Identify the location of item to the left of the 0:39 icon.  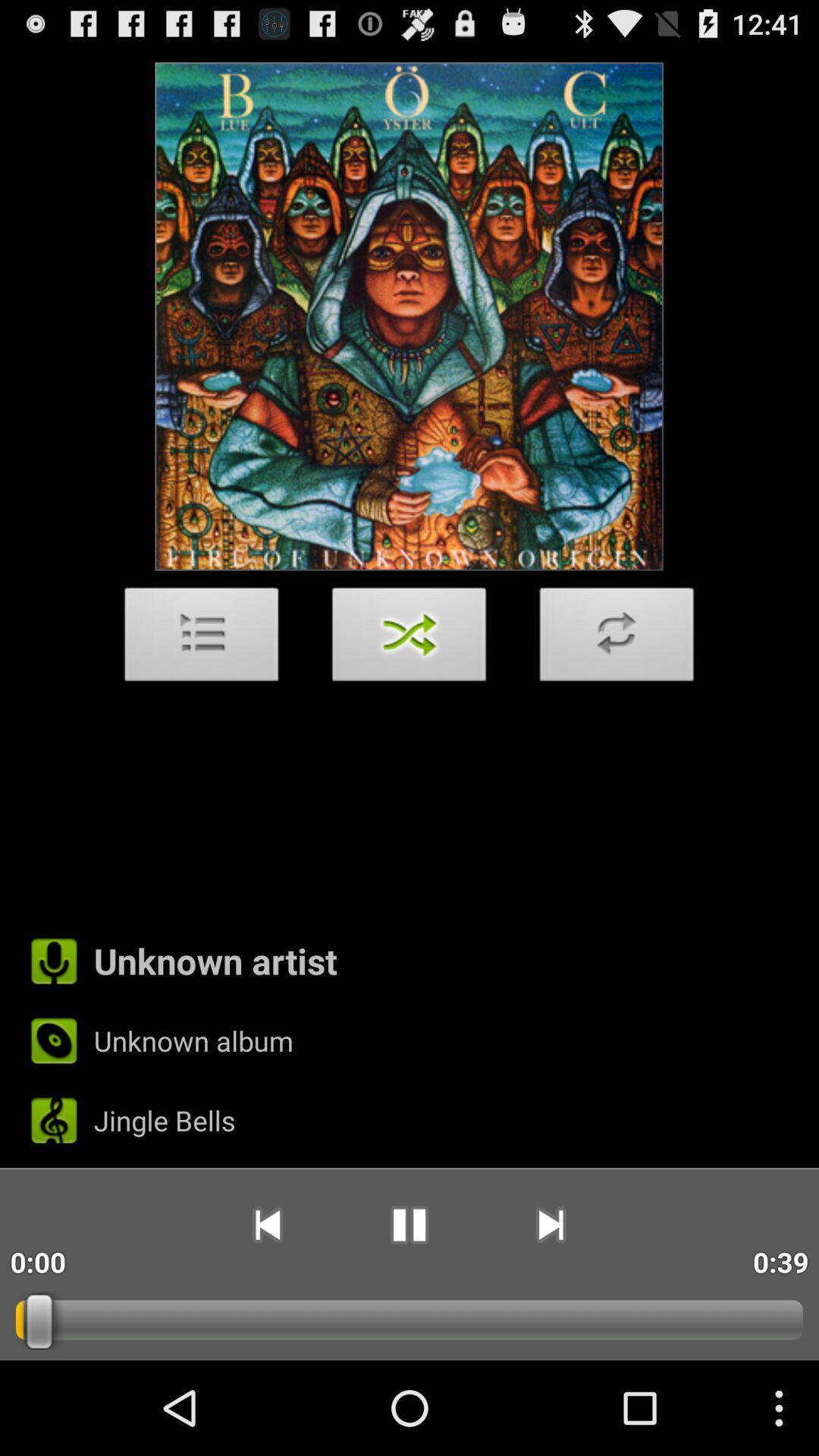
(551, 1225).